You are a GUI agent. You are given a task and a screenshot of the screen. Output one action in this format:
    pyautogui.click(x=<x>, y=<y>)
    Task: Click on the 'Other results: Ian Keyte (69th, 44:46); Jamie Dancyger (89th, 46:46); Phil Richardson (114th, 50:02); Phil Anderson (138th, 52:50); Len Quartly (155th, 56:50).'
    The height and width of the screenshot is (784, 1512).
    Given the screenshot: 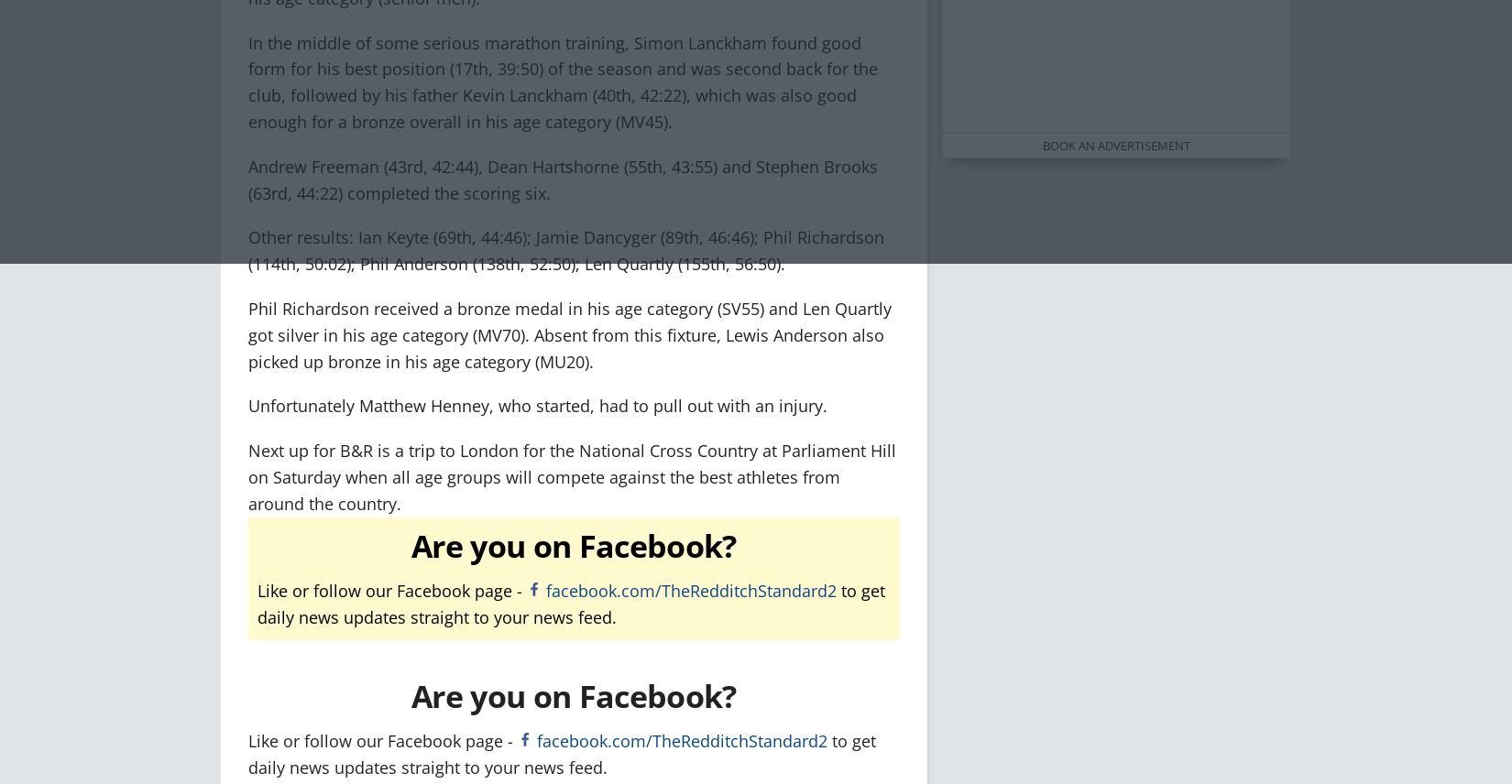 What is the action you would take?
    pyautogui.click(x=247, y=249)
    